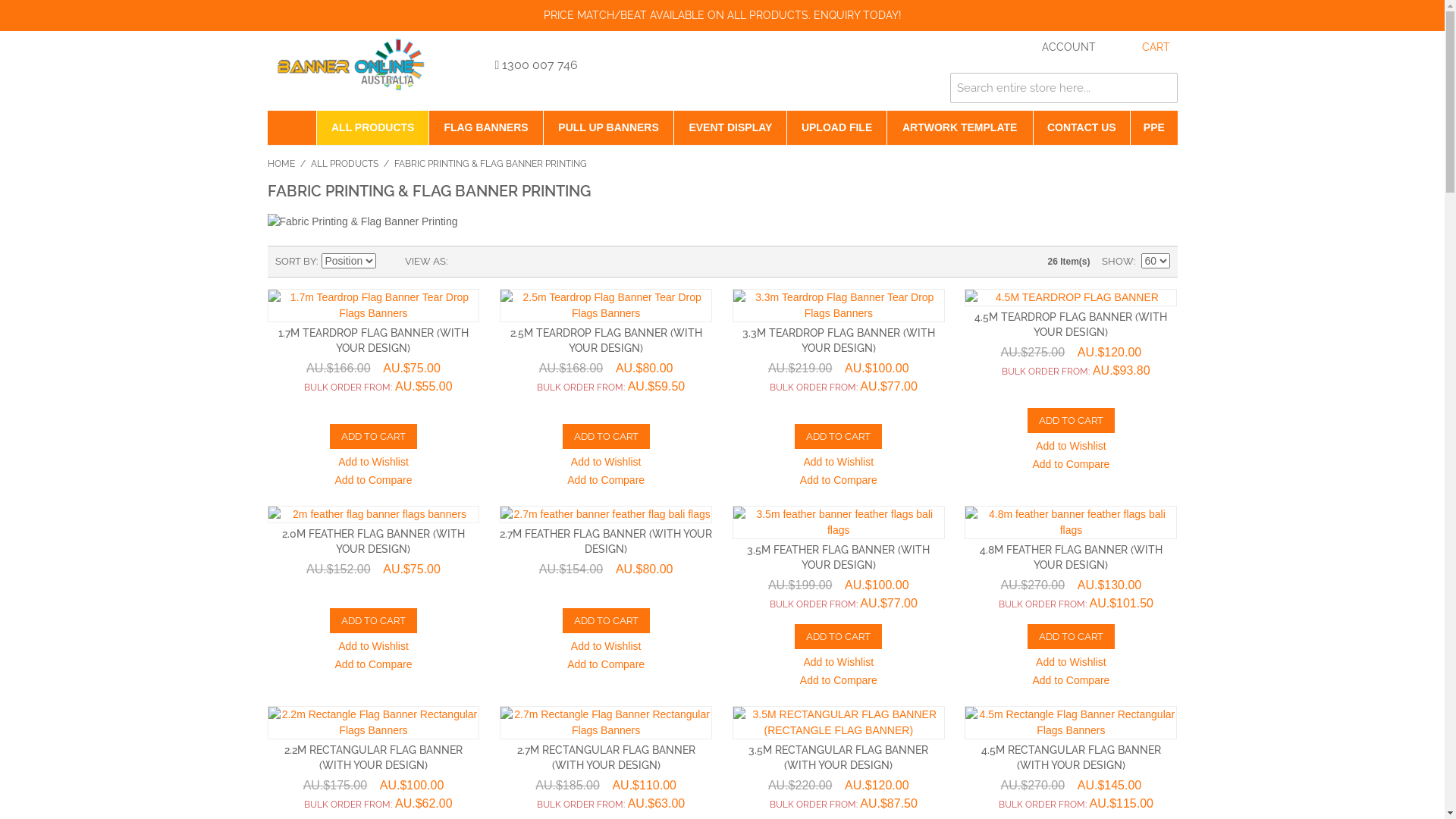 This screenshot has width=1456, height=819. I want to click on 'BULK ORDER FROM: AU.$115.00', so click(1069, 803).